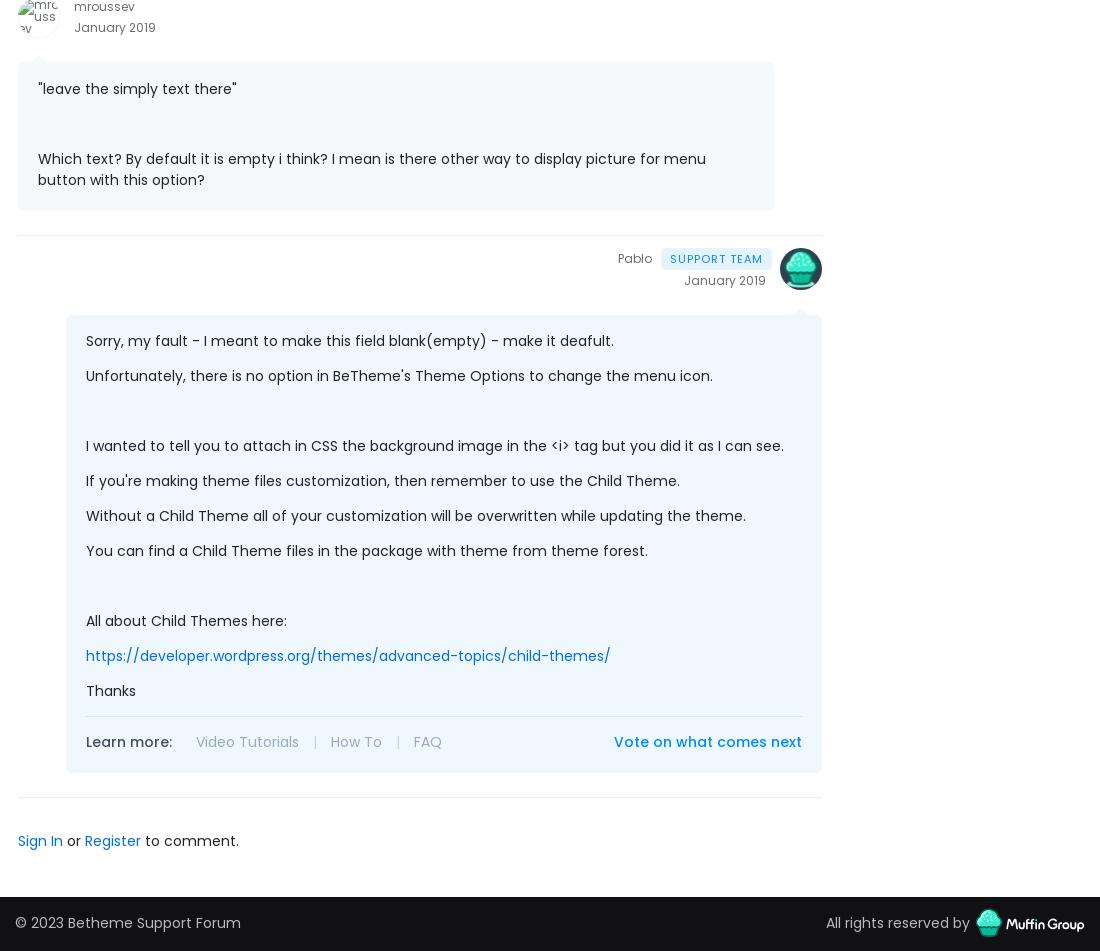  Describe the element at coordinates (86, 689) in the screenshot. I see `'Thanks'` at that location.